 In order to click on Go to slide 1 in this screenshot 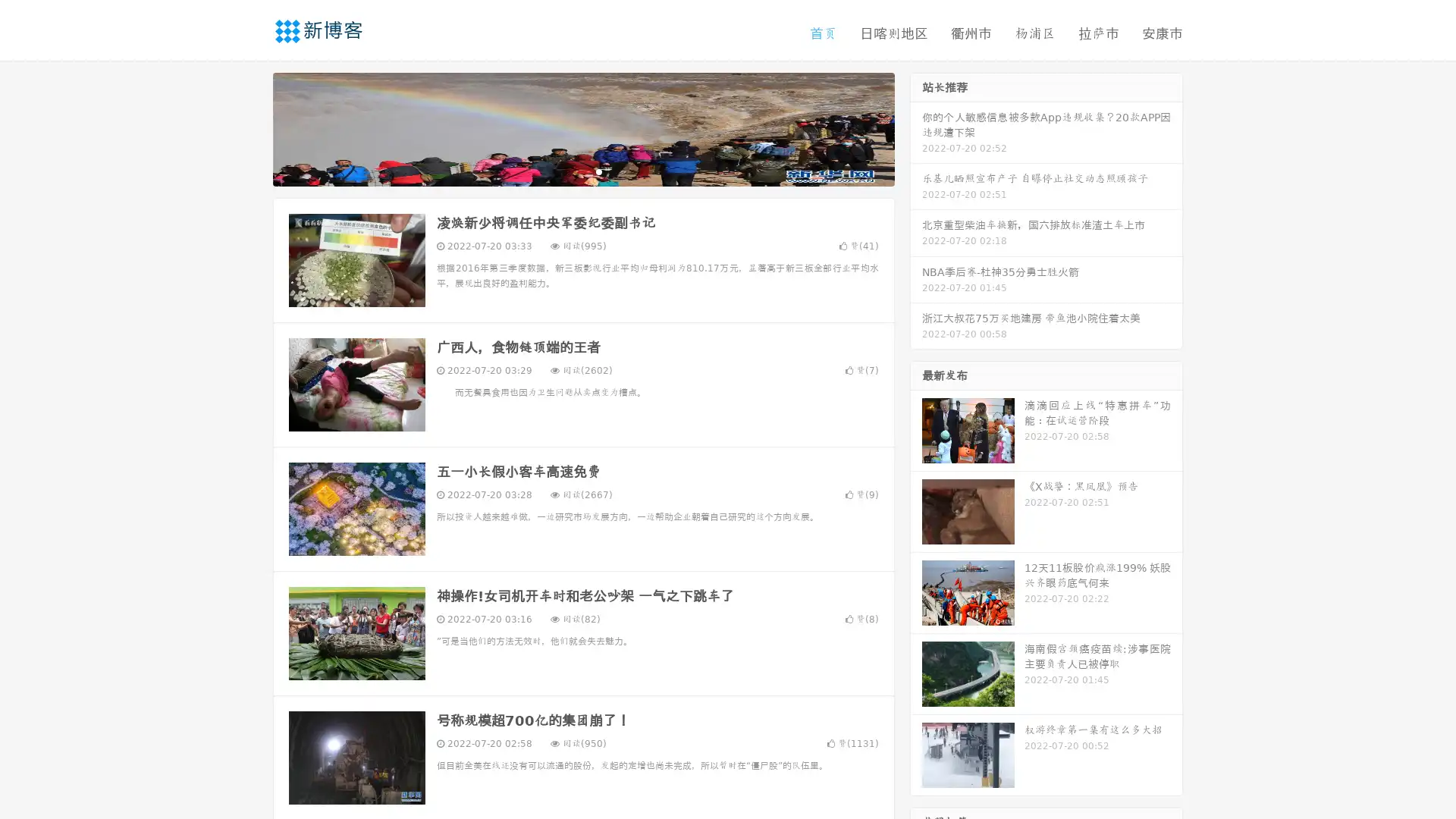, I will do `click(567, 171)`.